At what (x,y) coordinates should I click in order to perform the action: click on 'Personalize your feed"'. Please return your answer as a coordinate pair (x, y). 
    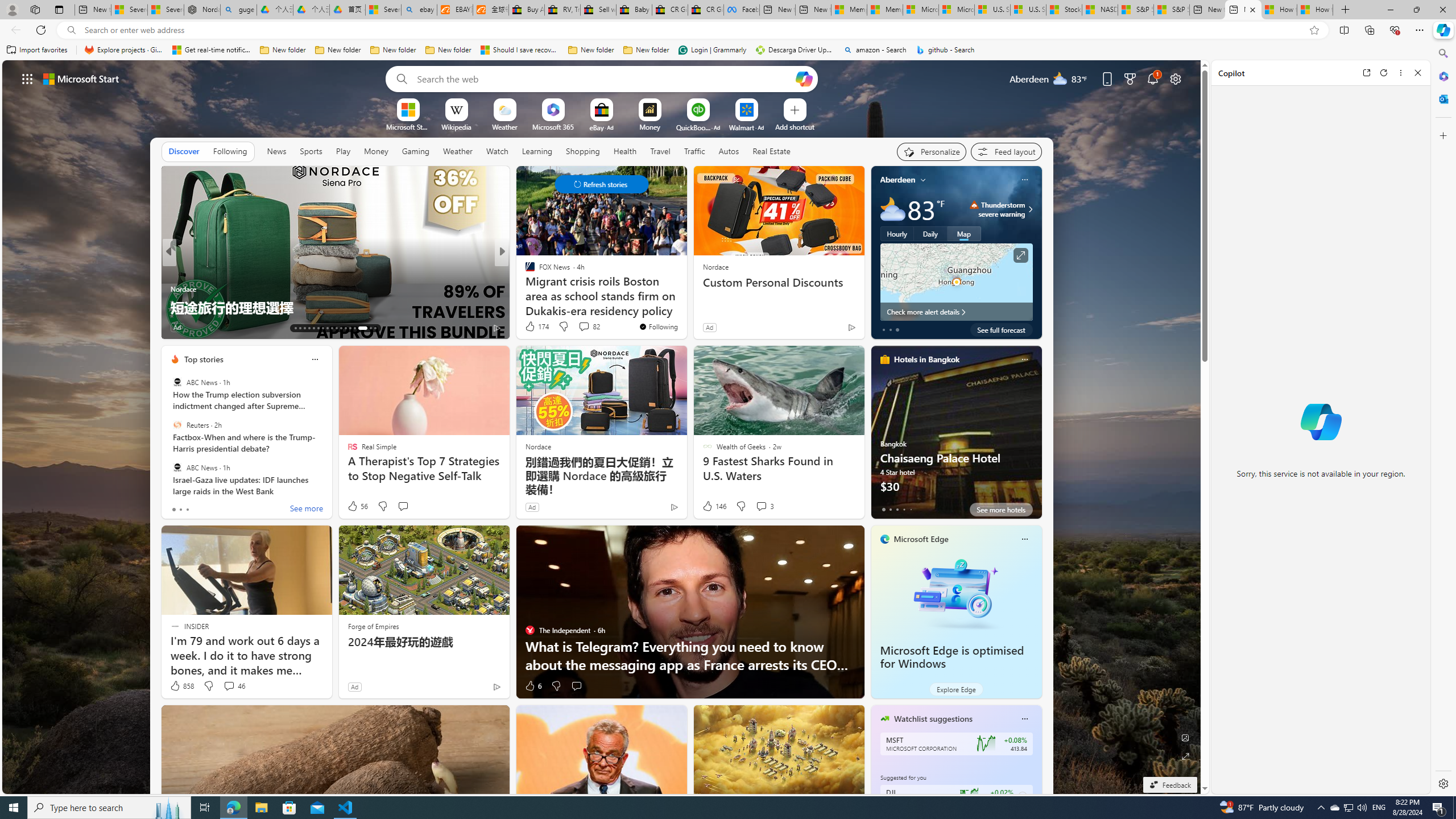
    Looking at the image, I should click on (932, 152).